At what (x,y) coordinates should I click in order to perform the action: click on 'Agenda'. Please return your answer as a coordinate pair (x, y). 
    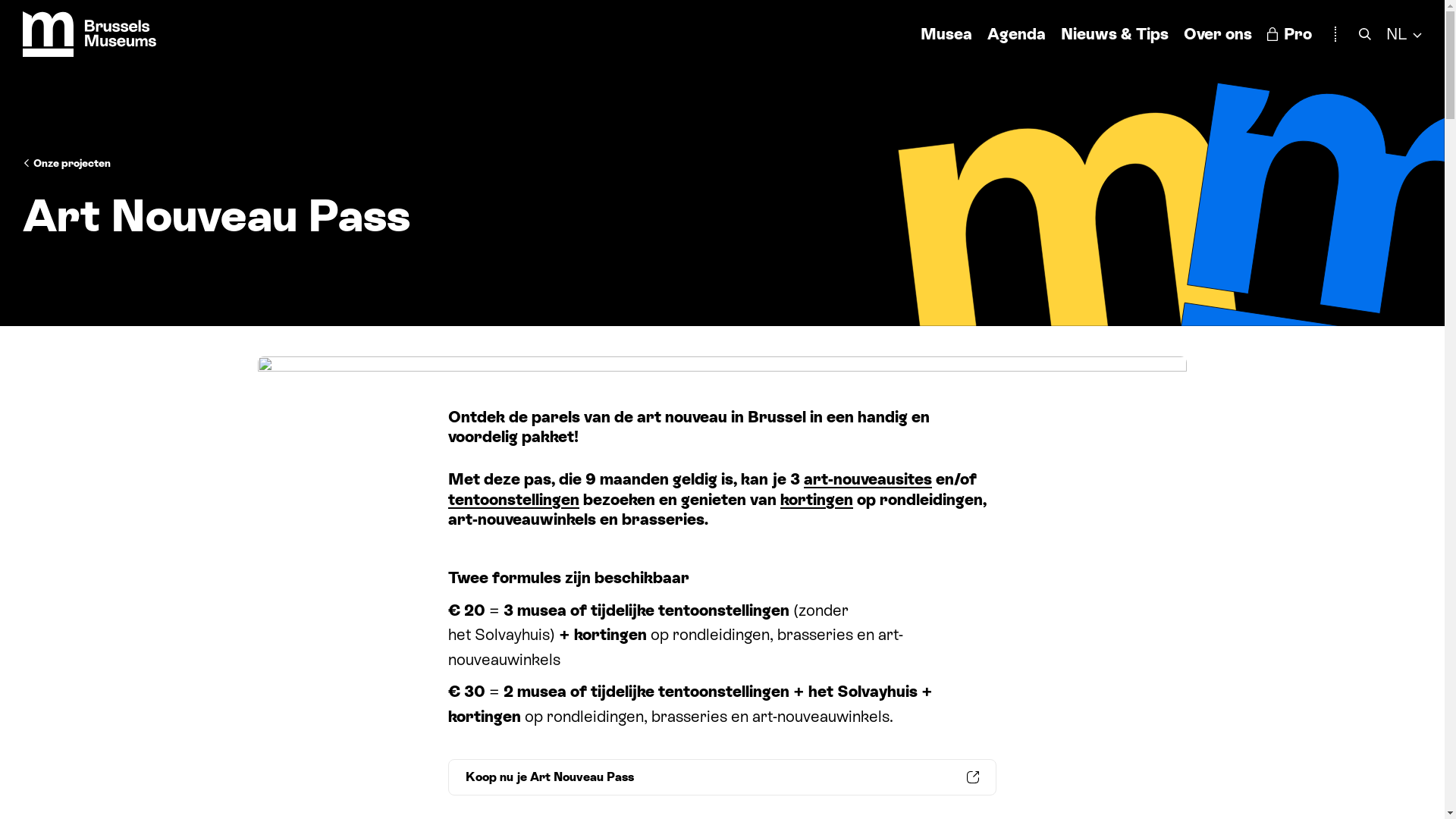
    Looking at the image, I should click on (987, 33).